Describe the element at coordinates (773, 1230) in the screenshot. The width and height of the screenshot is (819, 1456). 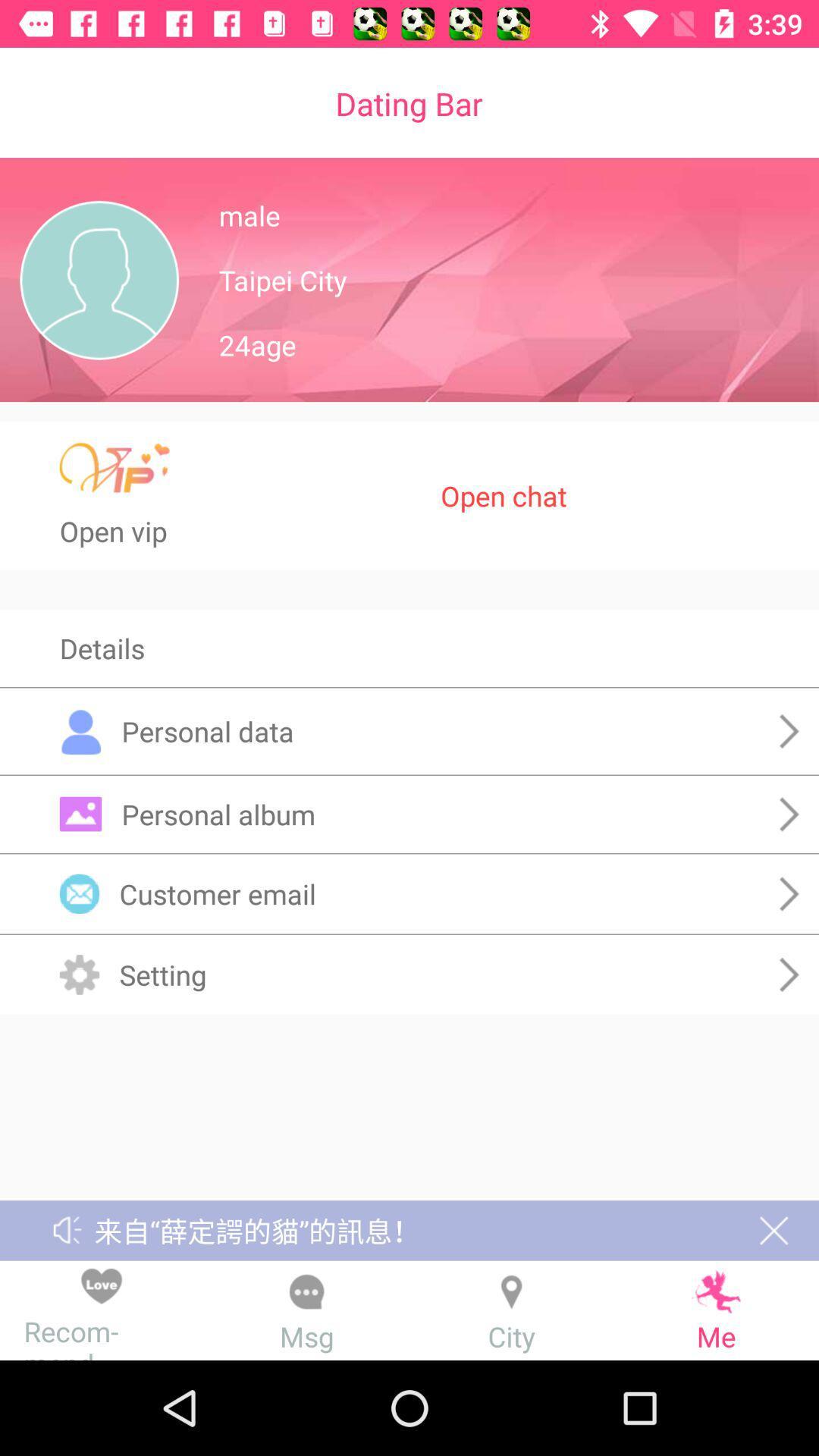
I see `the close icon` at that location.